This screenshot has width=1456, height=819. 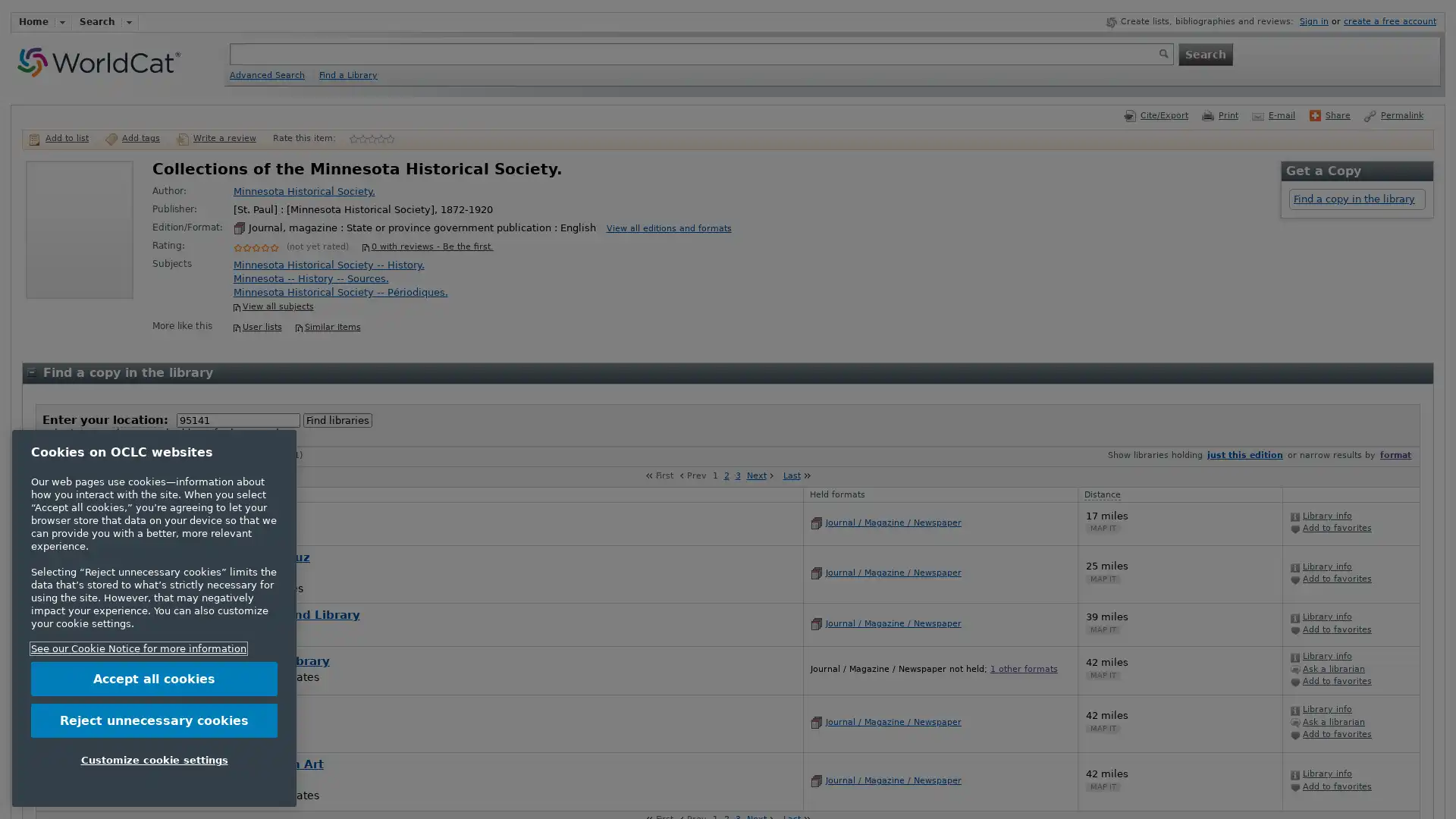 What do you see at coordinates (337, 420) in the screenshot?
I see `Find libraries` at bounding box center [337, 420].